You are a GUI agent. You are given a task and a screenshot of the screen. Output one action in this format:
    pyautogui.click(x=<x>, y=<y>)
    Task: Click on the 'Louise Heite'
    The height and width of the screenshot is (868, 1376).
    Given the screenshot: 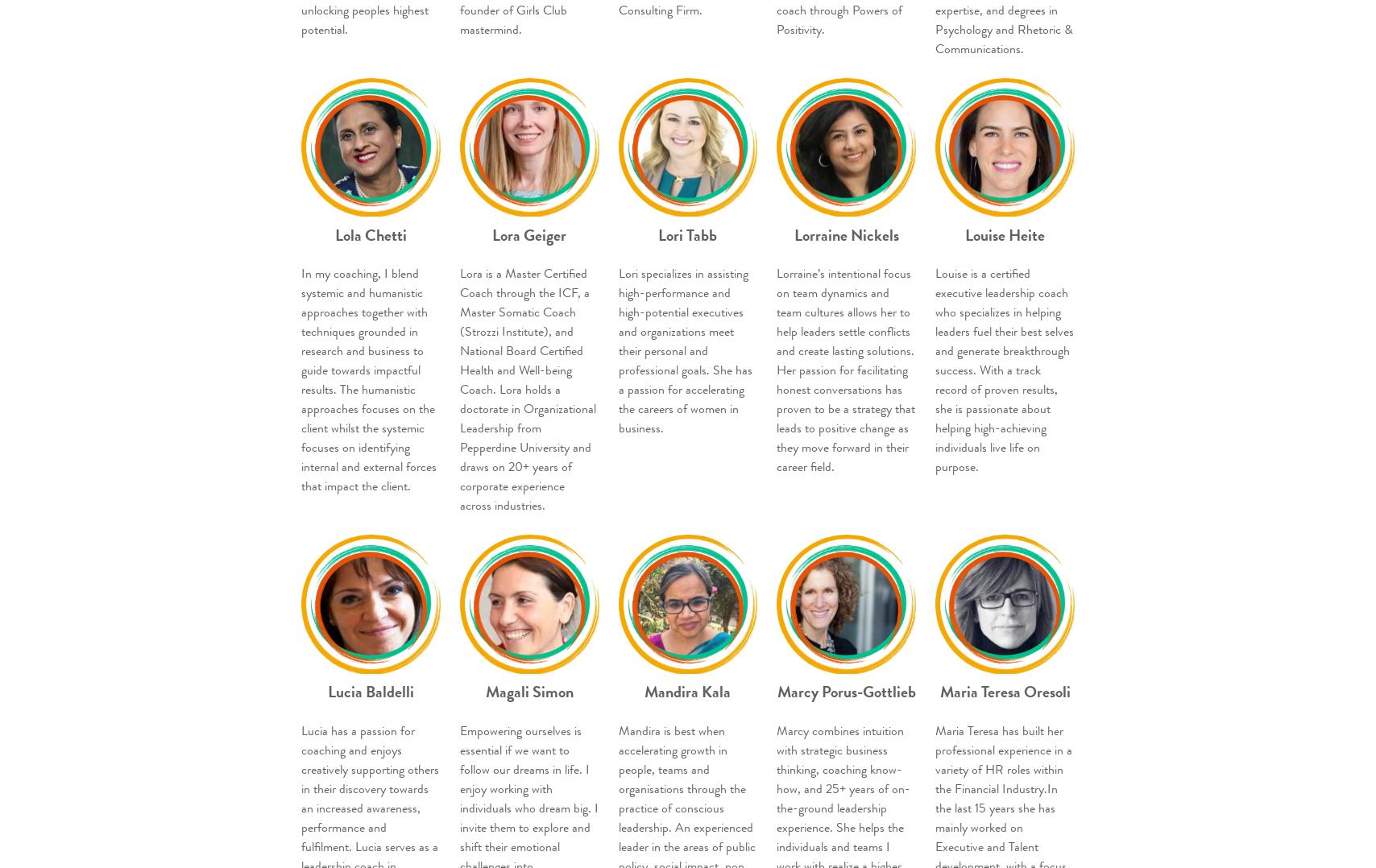 What is the action you would take?
    pyautogui.click(x=1005, y=234)
    